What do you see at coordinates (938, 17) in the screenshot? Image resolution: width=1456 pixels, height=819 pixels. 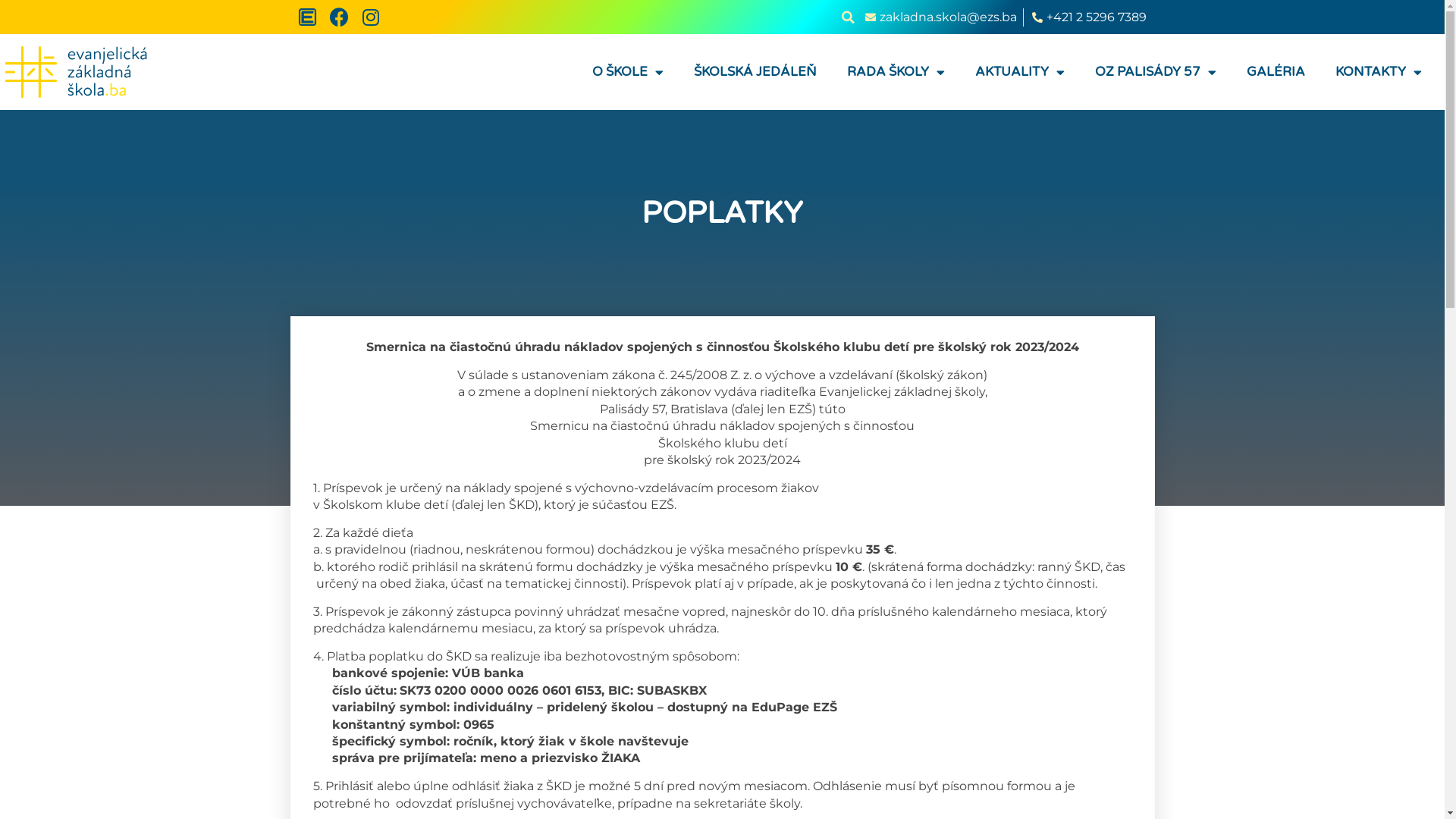 I see `'zakladna.skola@ezs.ba'` at bounding box center [938, 17].